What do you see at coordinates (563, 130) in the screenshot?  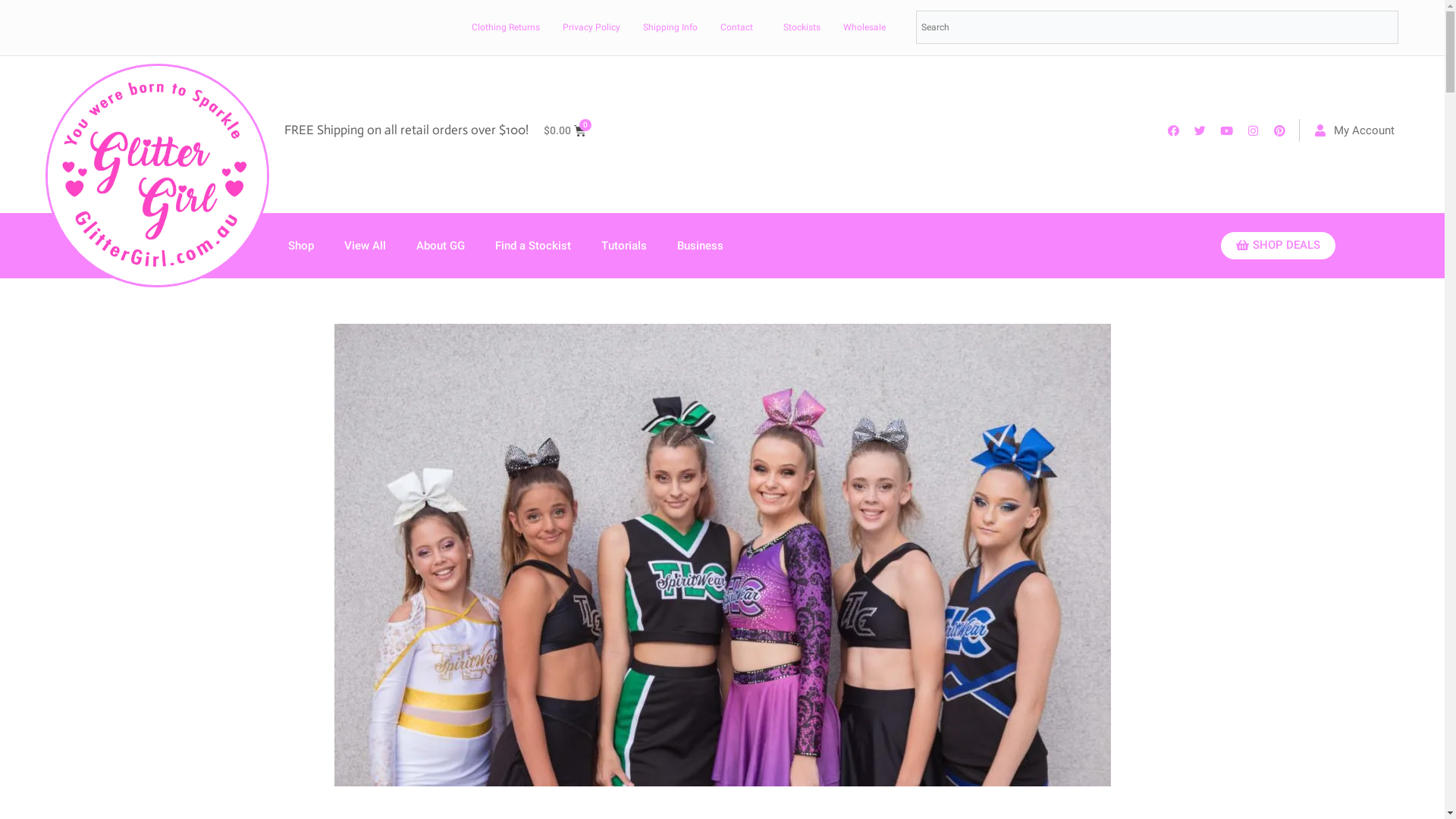 I see `'$0.00` at bounding box center [563, 130].